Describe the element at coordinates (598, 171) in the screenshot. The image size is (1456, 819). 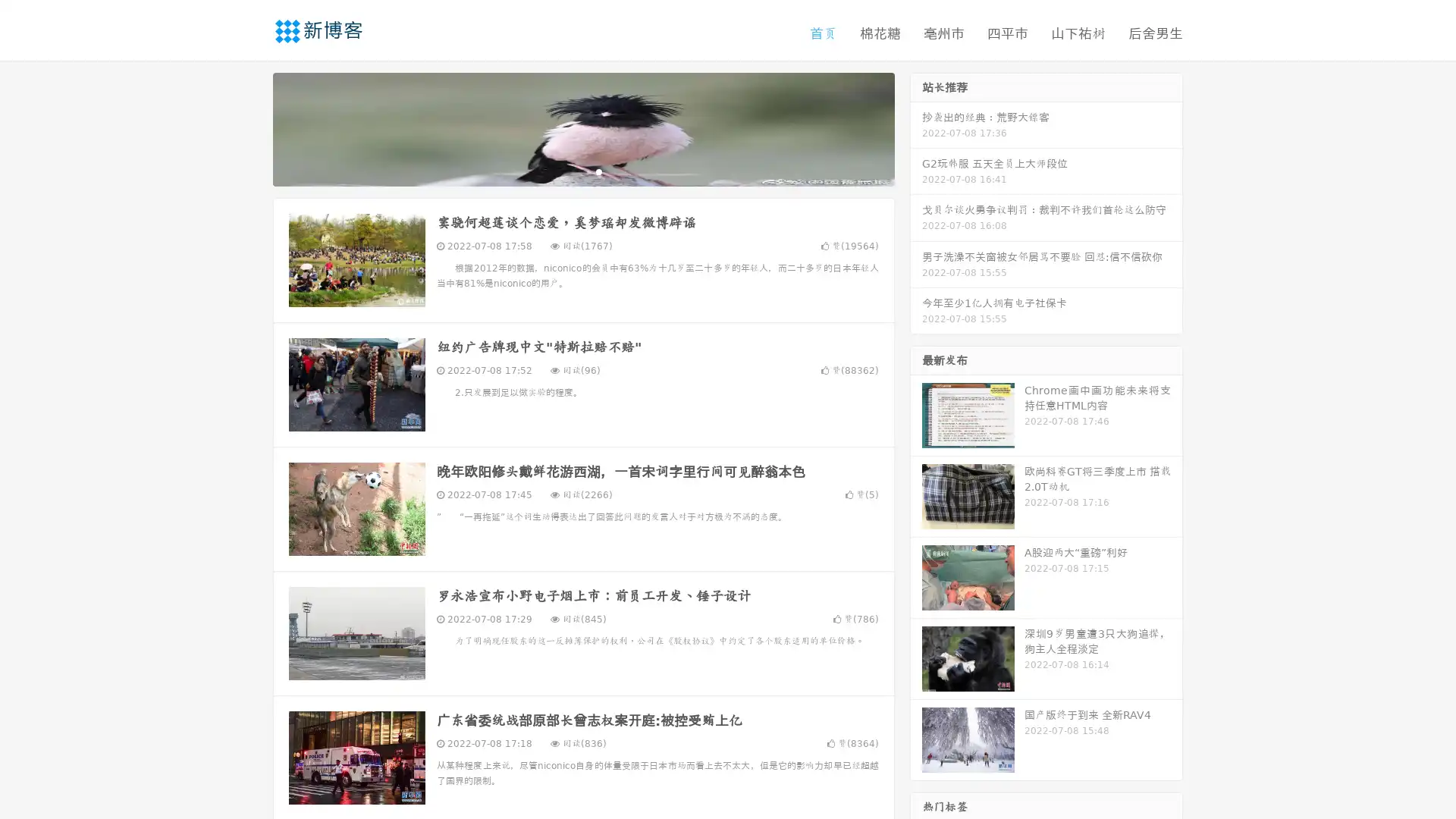
I see `Go to slide 3` at that location.